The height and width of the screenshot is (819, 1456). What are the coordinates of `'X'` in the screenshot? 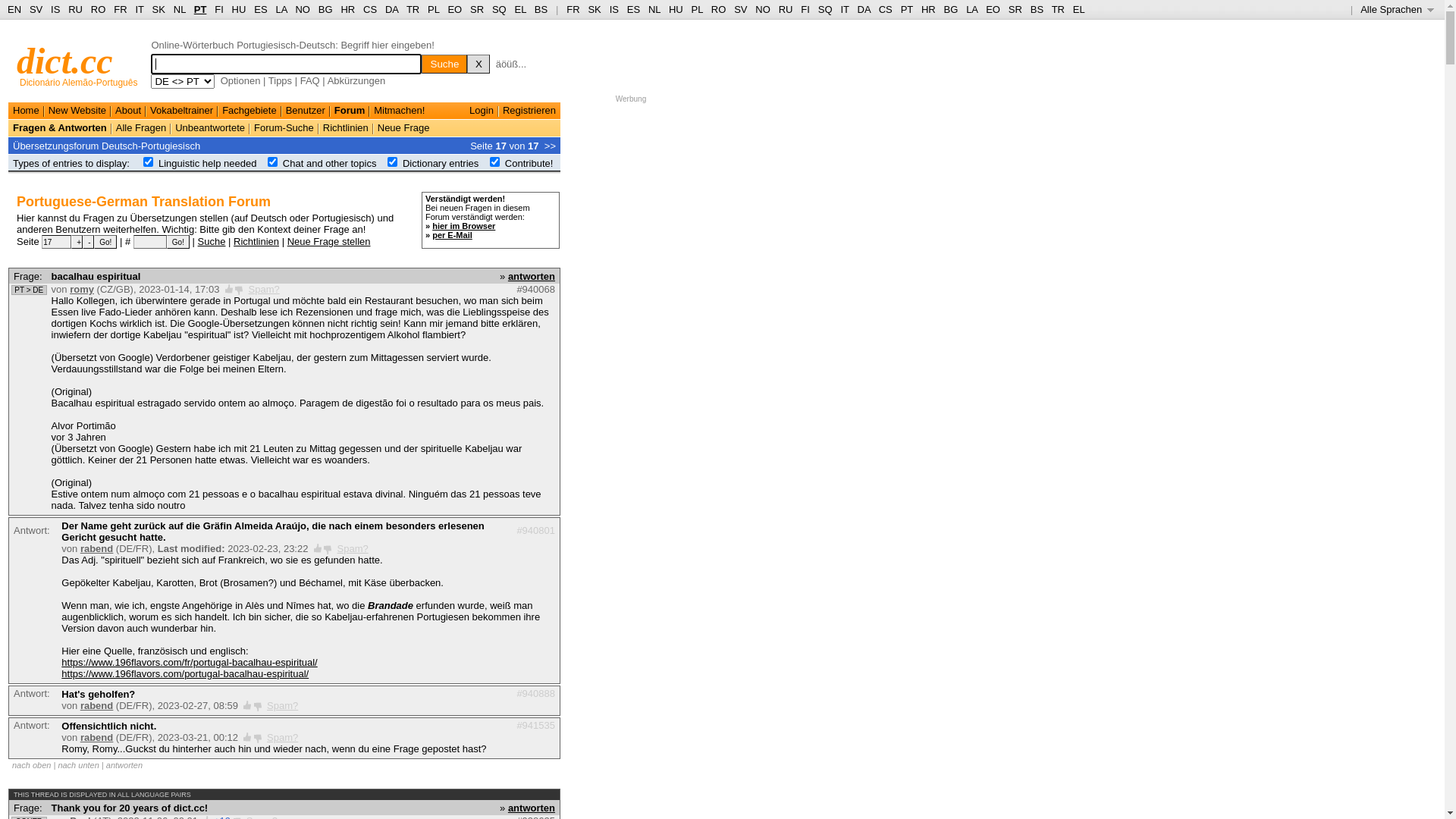 It's located at (477, 63).